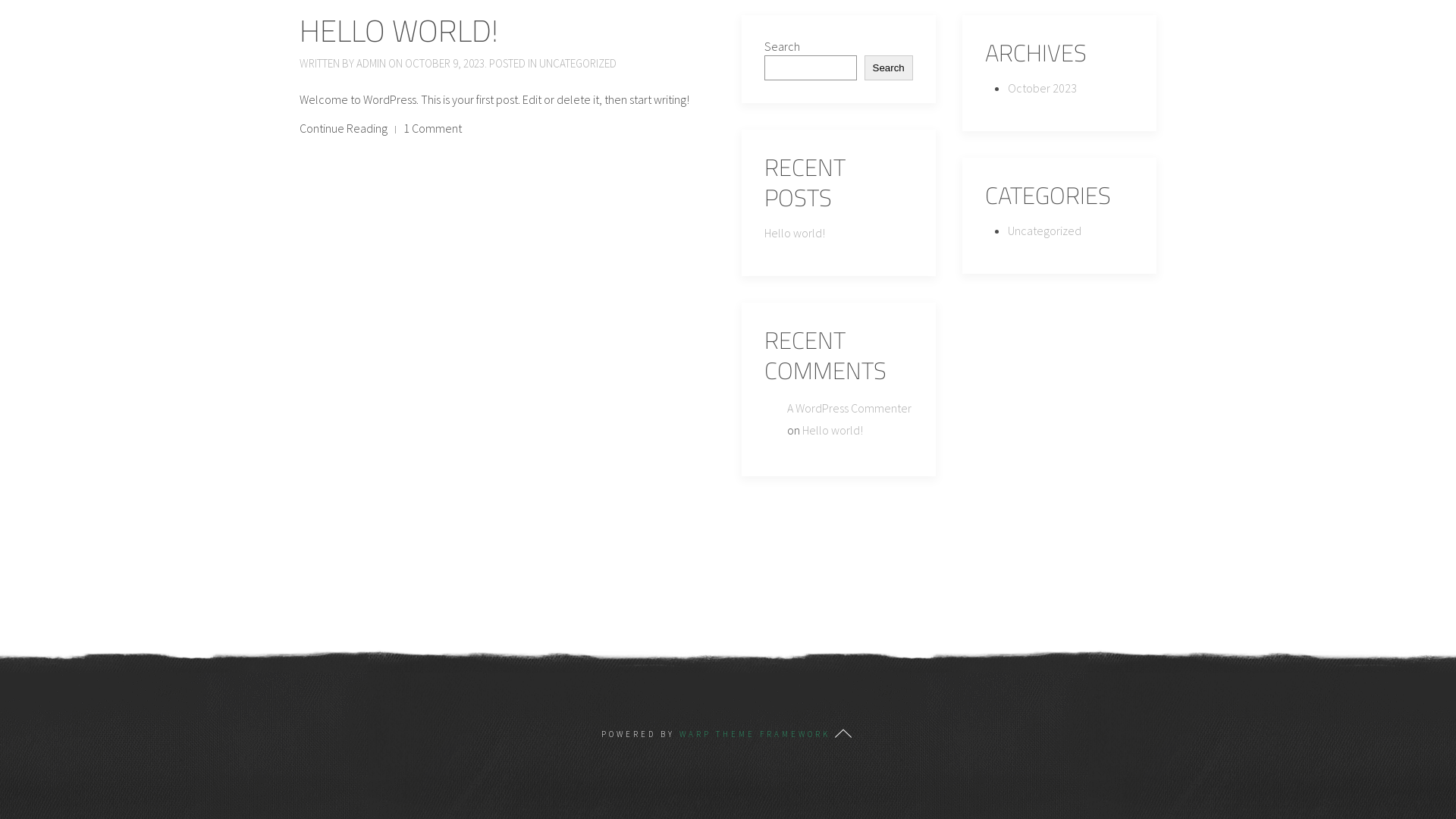 The height and width of the screenshot is (819, 1456). I want to click on 'UNCATEGORIZED', so click(577, 62).